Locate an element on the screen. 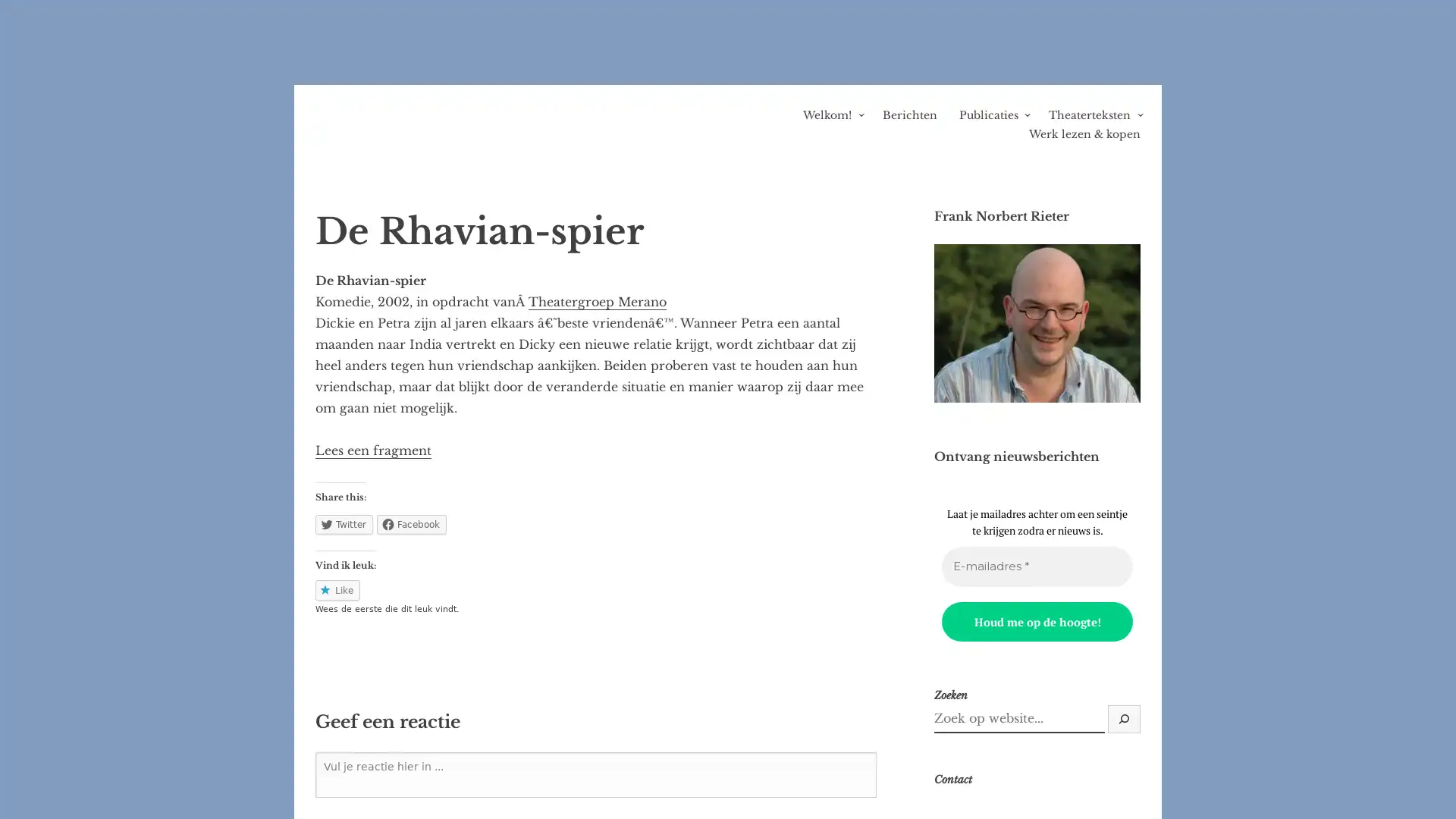 The height and width of the screenshot is (819, 1456). Houd me op de hoogte! is located at coordinates (1037, 621).